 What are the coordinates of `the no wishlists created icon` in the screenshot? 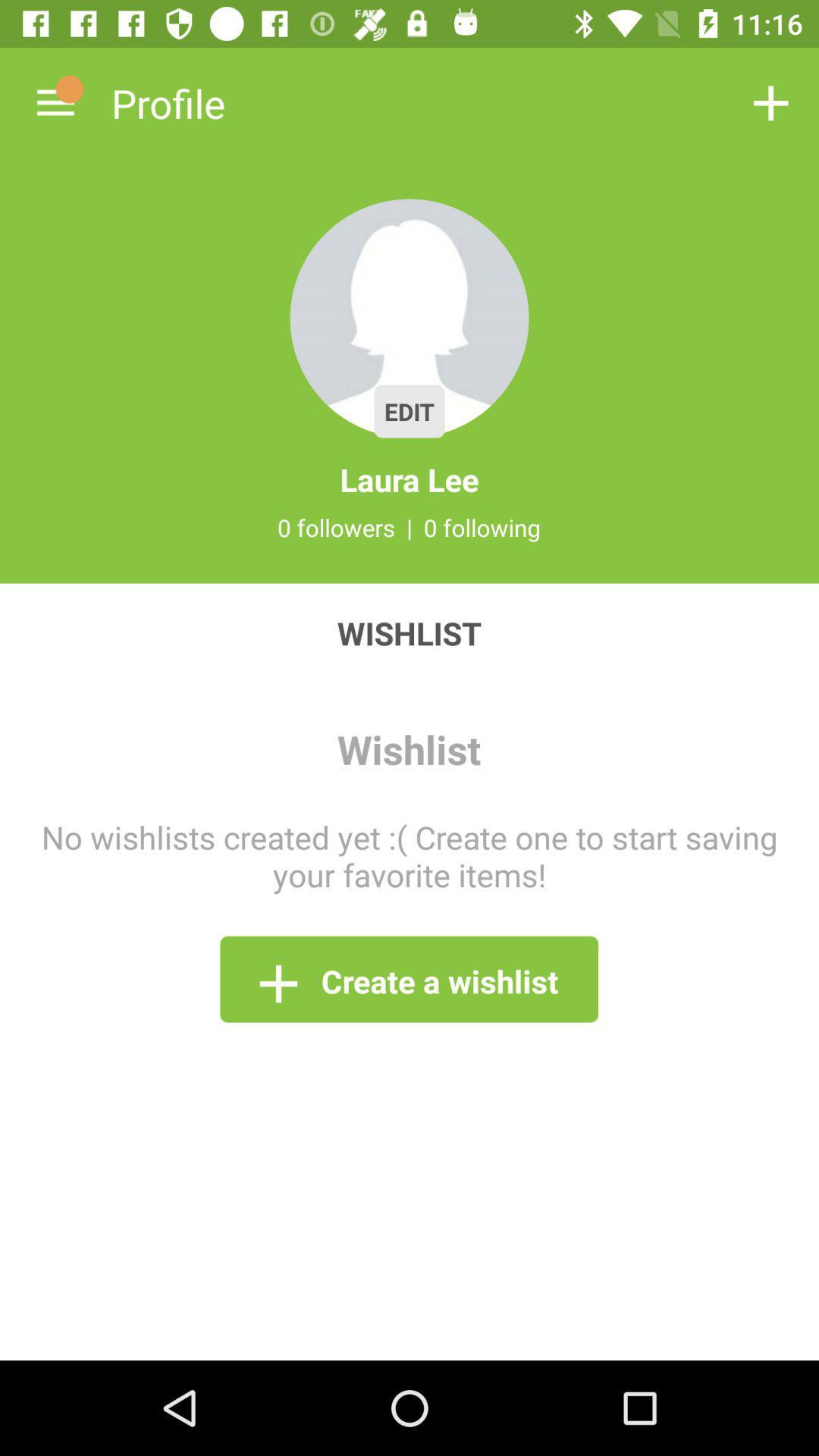 It's located at (409, 855).